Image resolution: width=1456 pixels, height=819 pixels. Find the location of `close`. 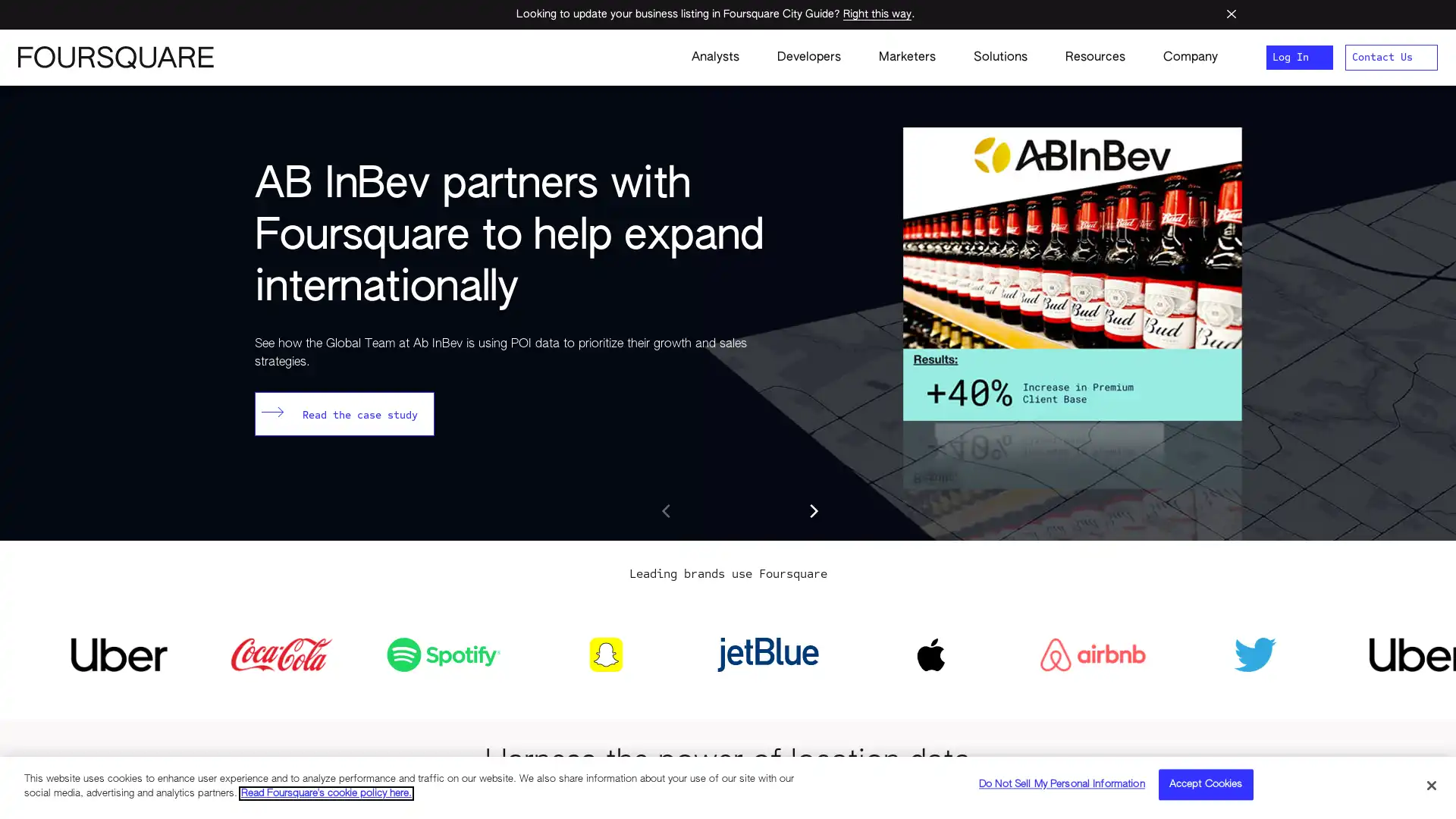

close is located at coordinates (1220, 14).